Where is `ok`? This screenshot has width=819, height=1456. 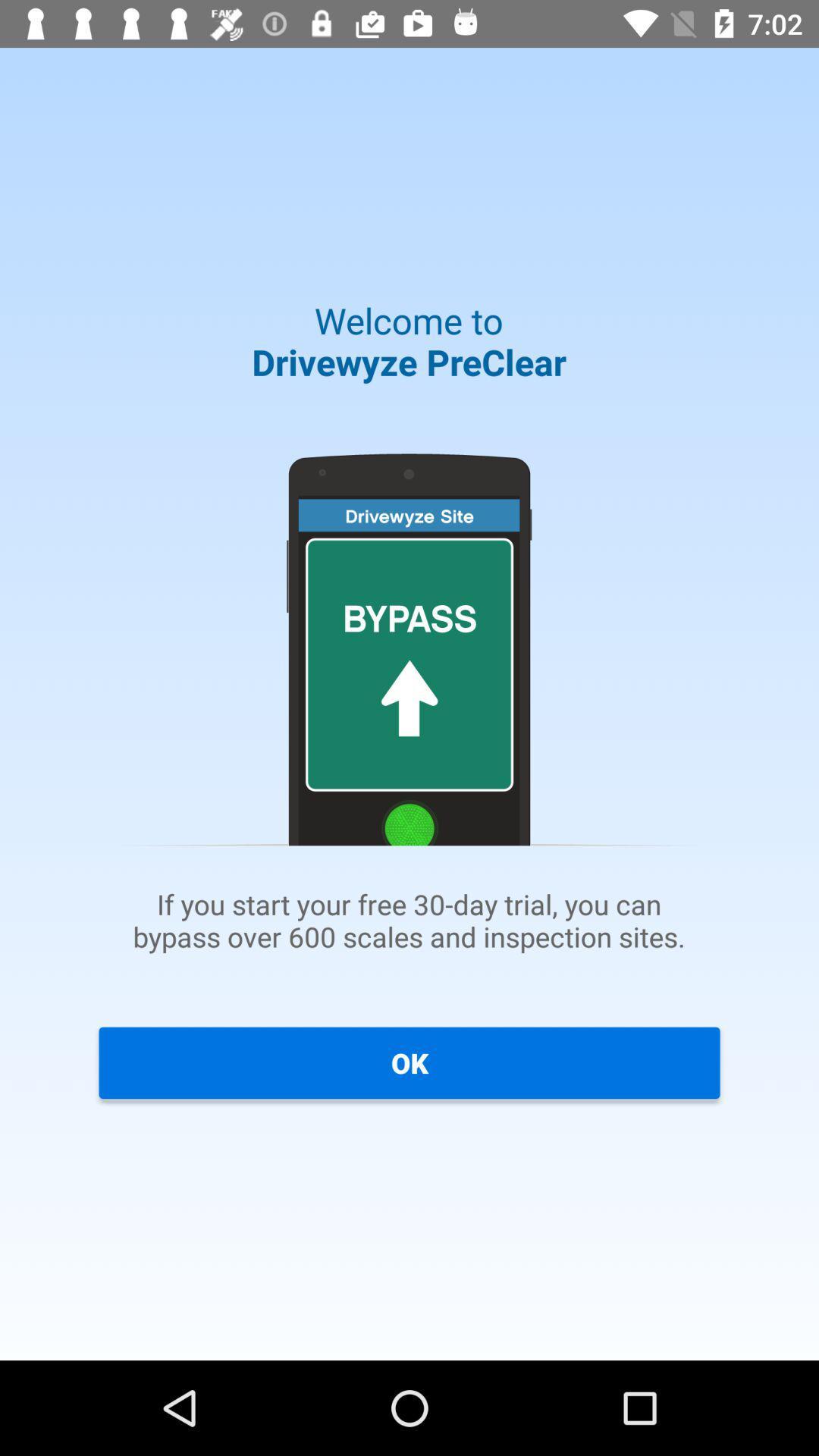 ok is located at coordinates (409, 1062).